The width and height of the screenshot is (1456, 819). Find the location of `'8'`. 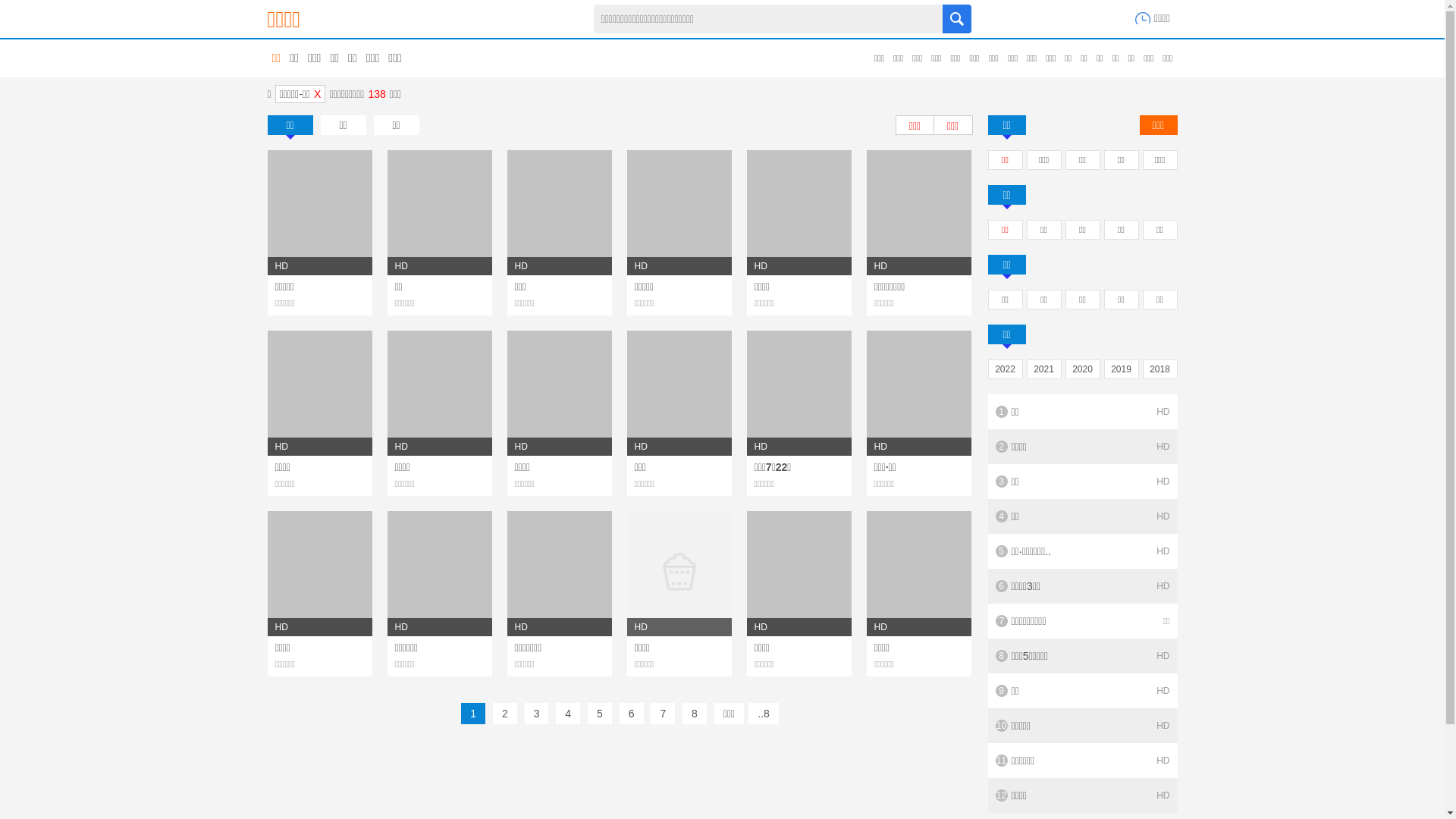

'8' is located at coordinates (682, 714).